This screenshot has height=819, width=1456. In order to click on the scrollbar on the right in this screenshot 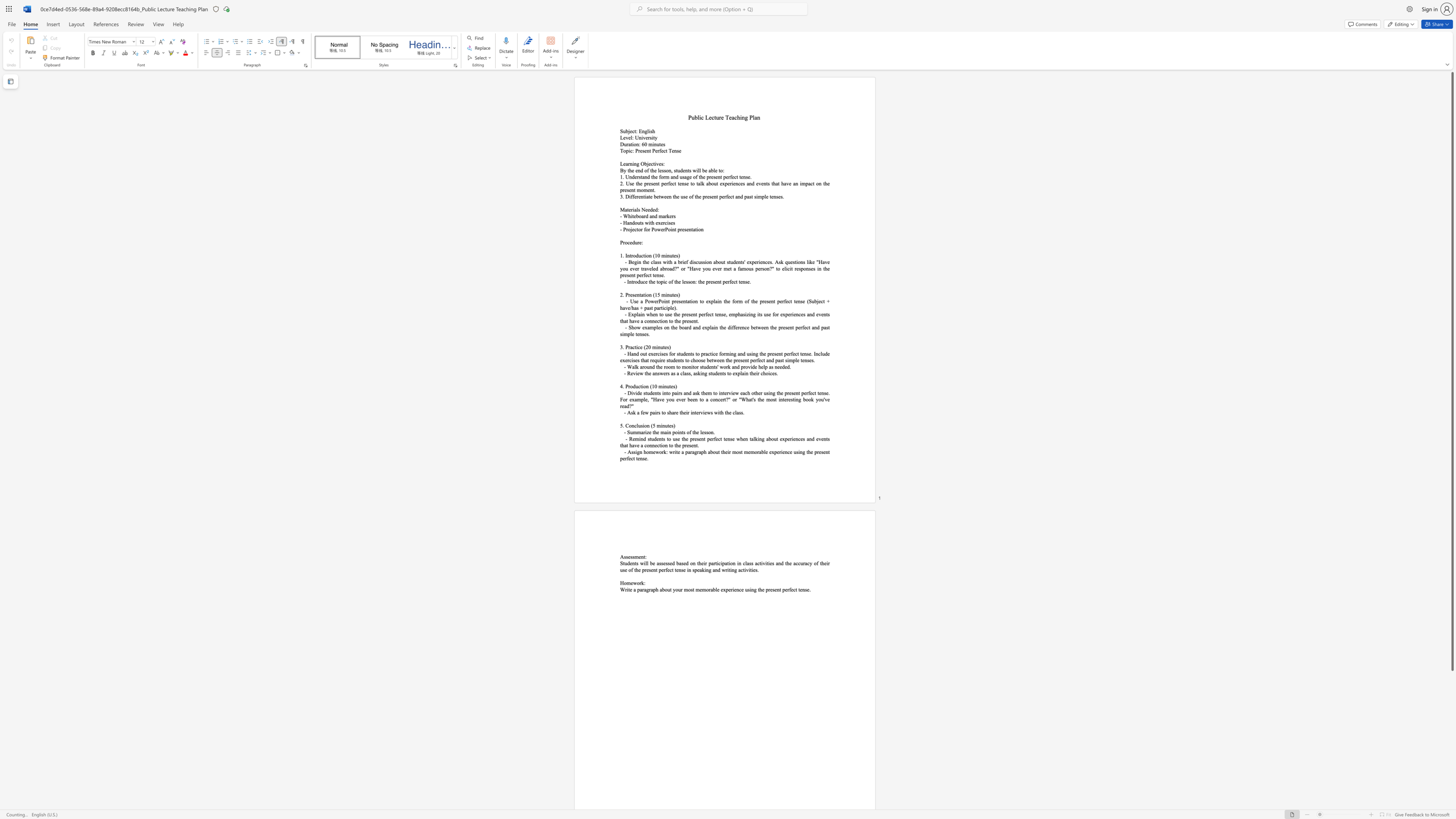, I will do `click(1451, 773)`.